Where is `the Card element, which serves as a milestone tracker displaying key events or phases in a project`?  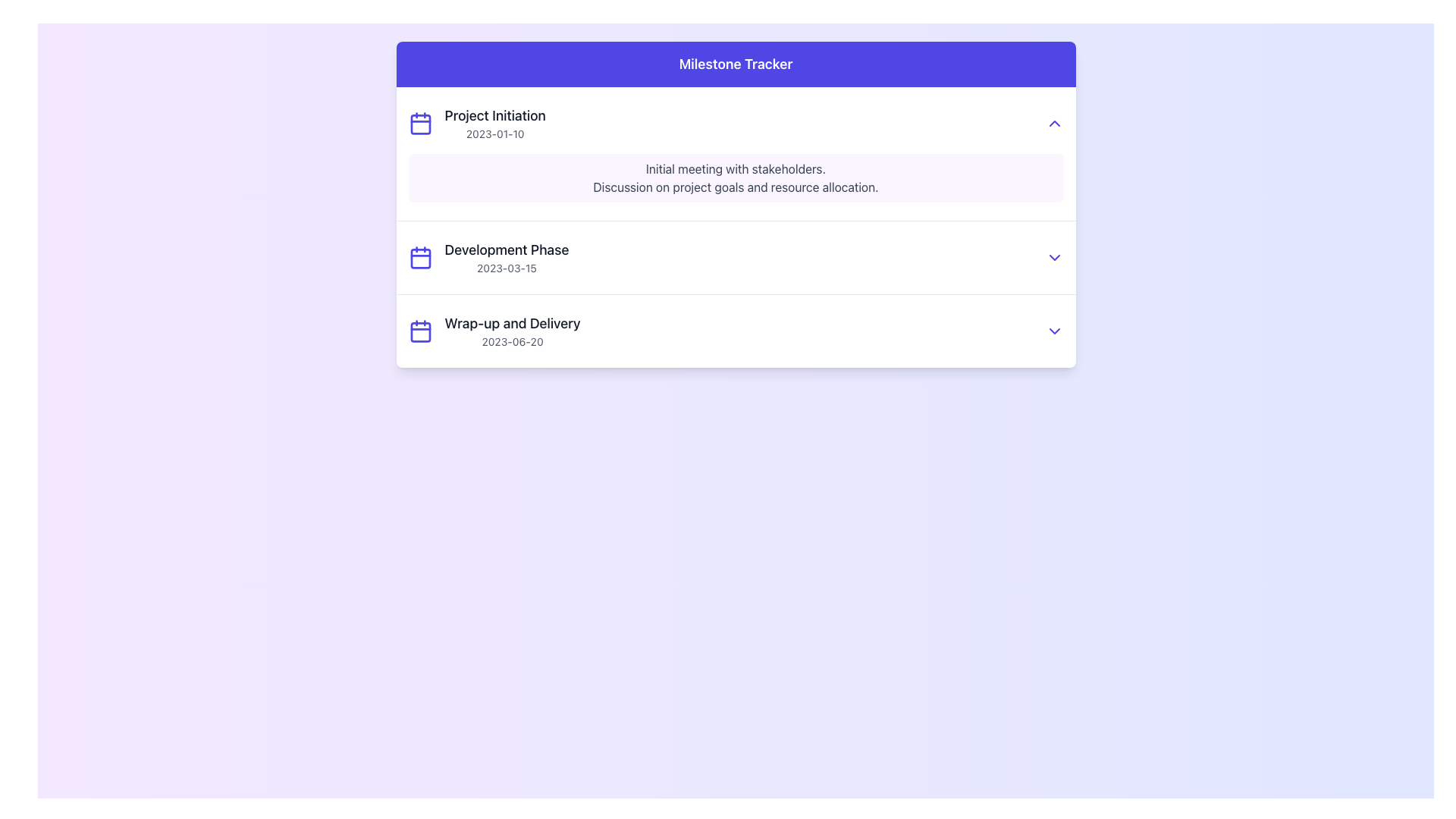
the Card element, which serves as a milestone tracker displaying key events or phases in a project is located at coordinates (736, 205).